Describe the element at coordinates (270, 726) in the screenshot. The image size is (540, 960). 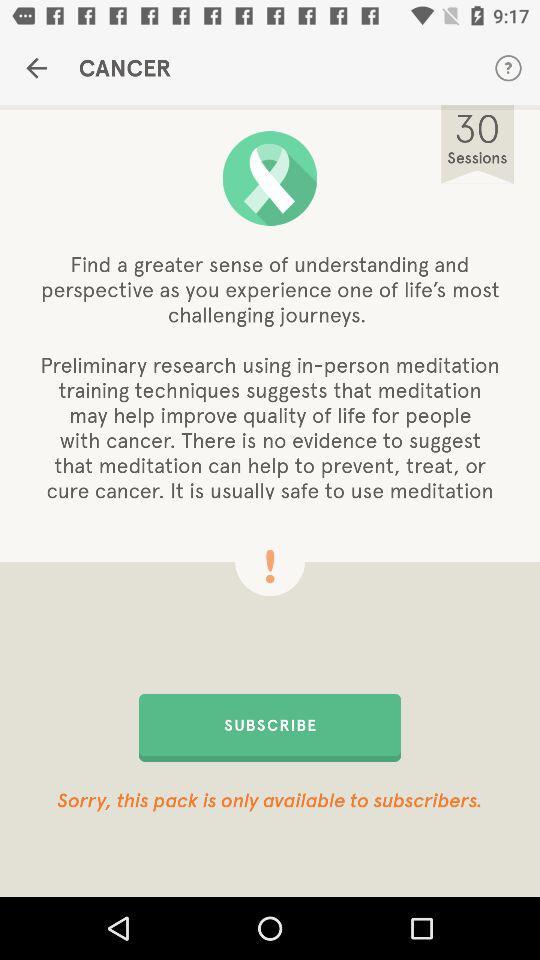
I see `the item above sorry this pack` at that location.